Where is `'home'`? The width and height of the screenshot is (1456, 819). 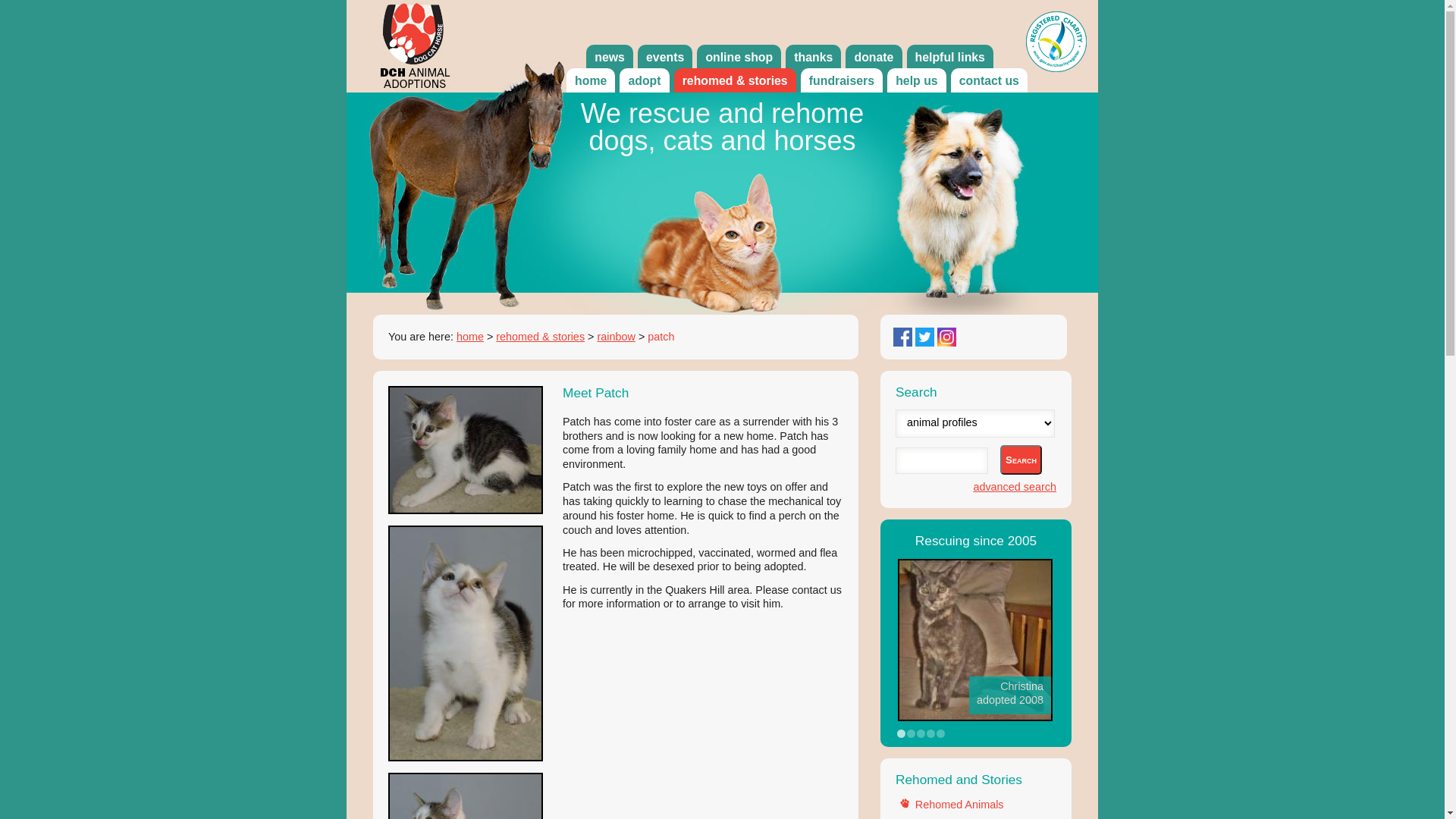
'home' is located at coordinates (589, 81).